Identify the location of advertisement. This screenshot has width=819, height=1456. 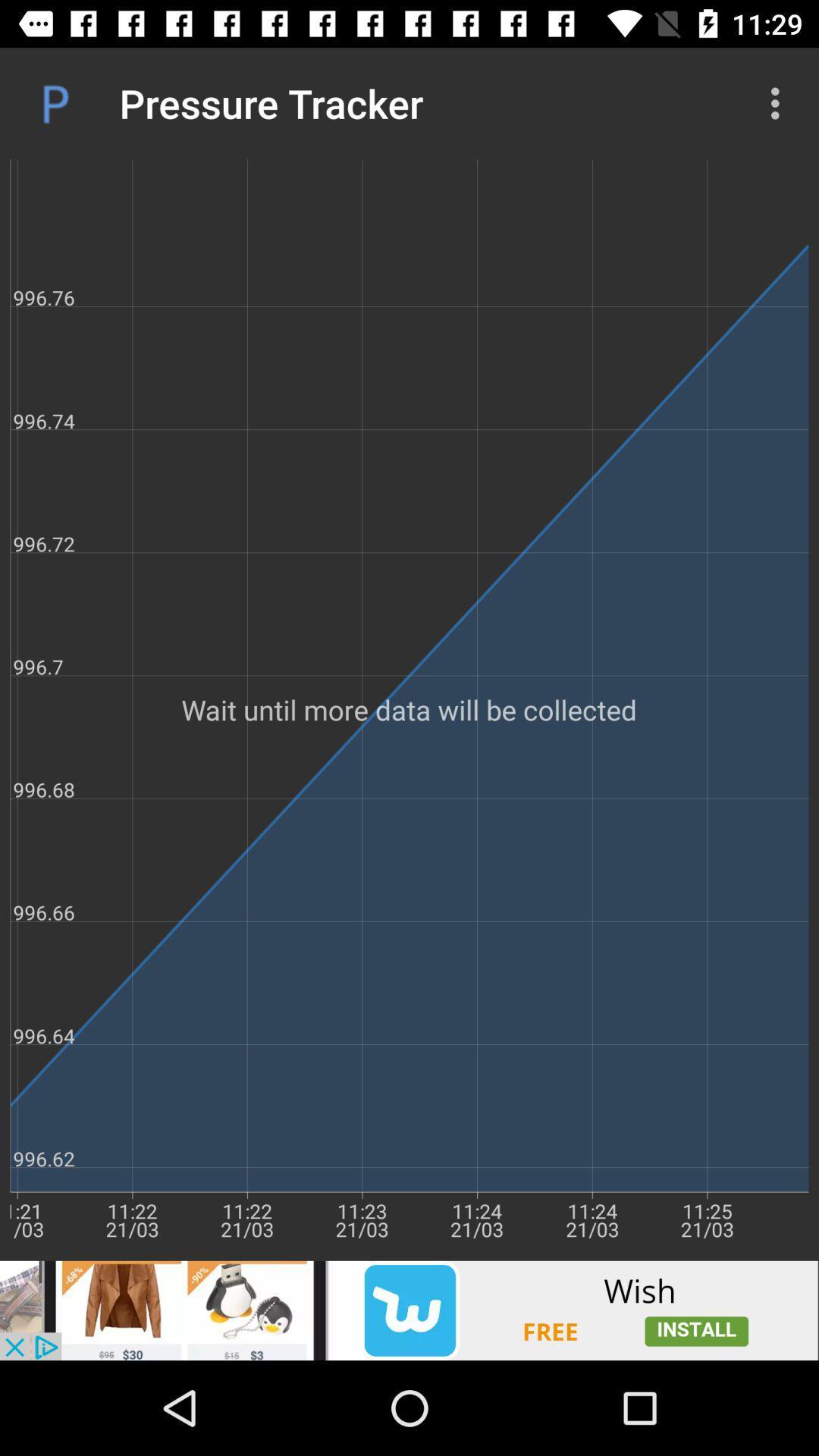
(409, 1310).